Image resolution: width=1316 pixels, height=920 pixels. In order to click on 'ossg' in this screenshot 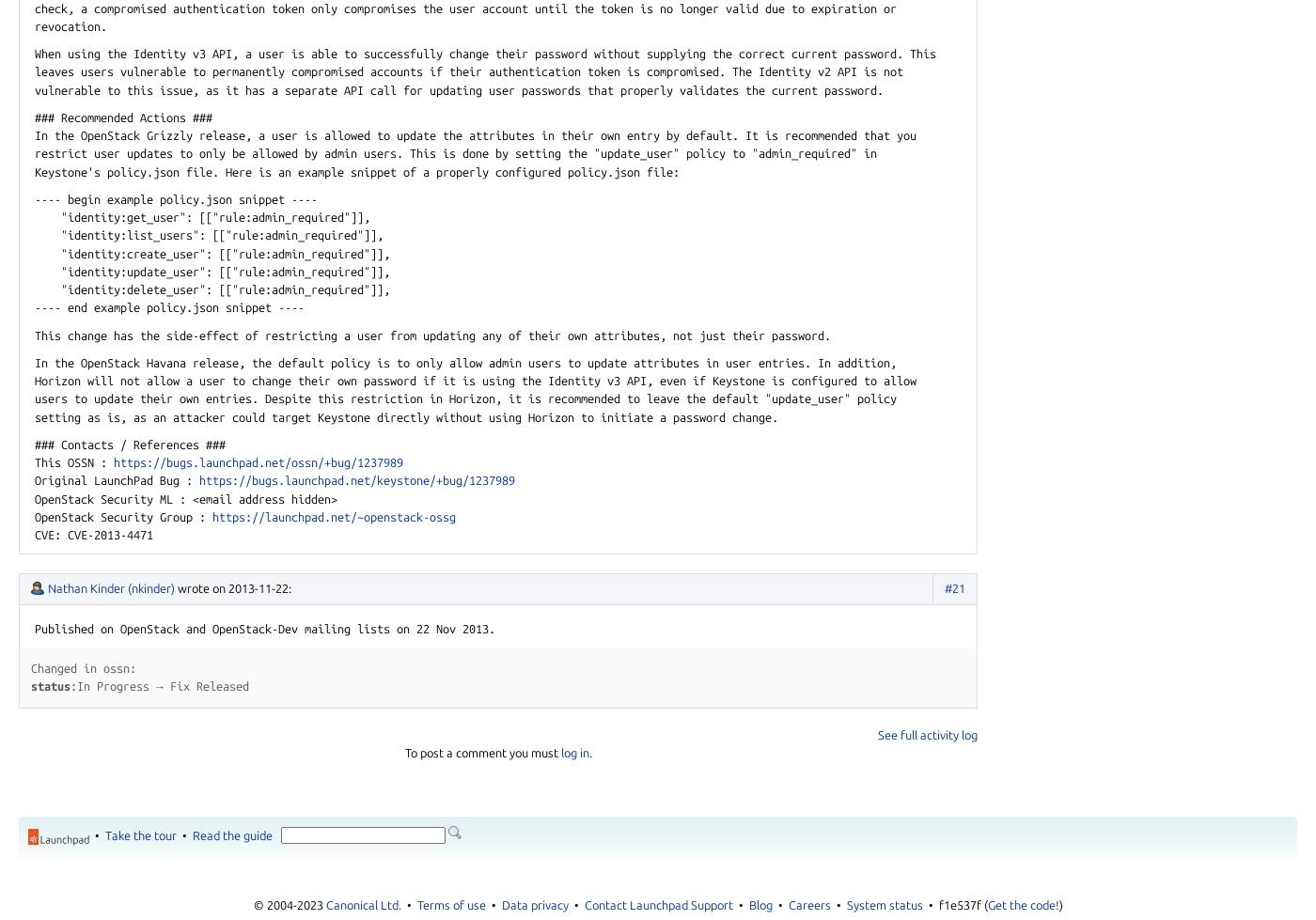, I will do `click(441, 515)`.